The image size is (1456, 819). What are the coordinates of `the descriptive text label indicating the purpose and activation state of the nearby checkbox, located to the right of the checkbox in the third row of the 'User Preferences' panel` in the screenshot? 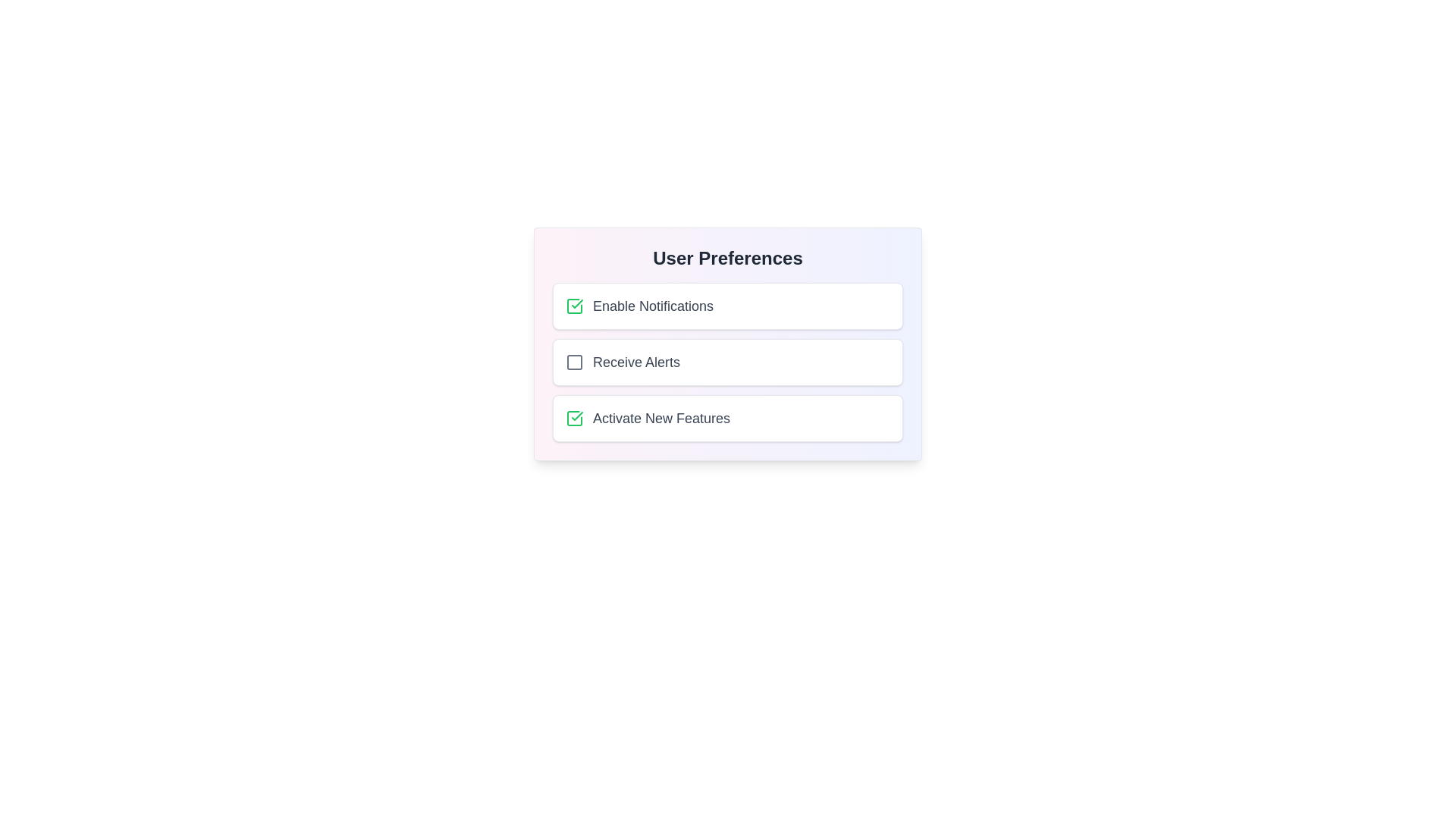 It's located at (661, 418).